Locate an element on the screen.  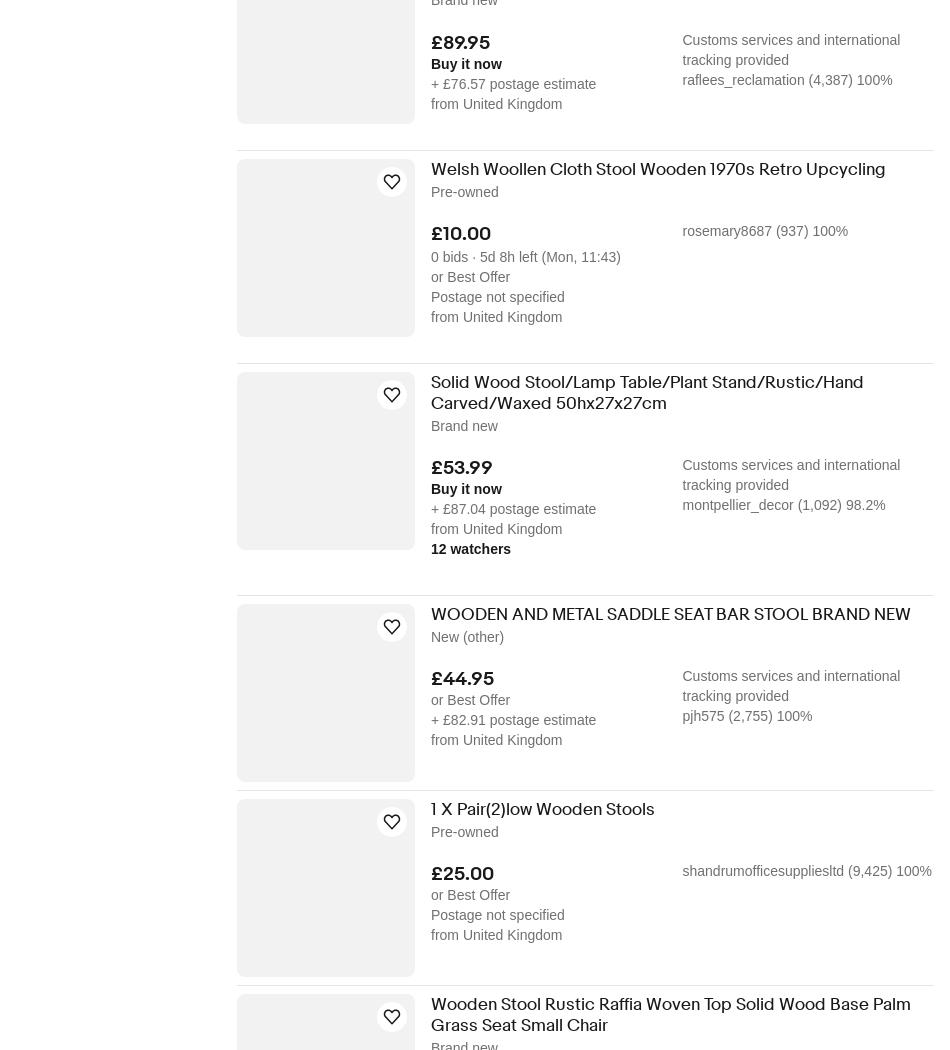
'rosemary8687 (937) 100%' is located at coordinates (764, 229).